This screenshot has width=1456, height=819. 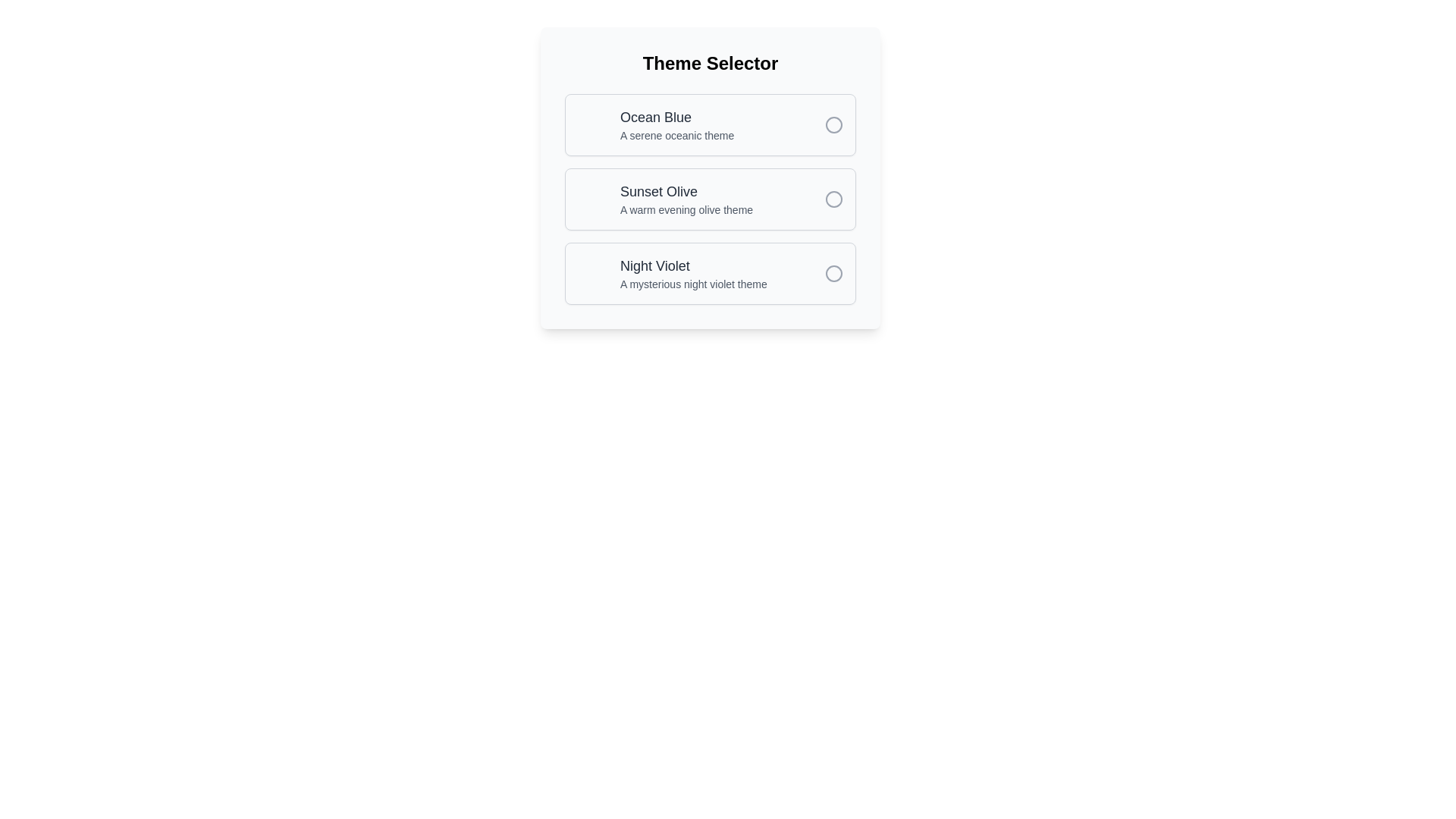 I want to click on the selectable list item titled 'Ocean Blue', so click(x=676, y=124).